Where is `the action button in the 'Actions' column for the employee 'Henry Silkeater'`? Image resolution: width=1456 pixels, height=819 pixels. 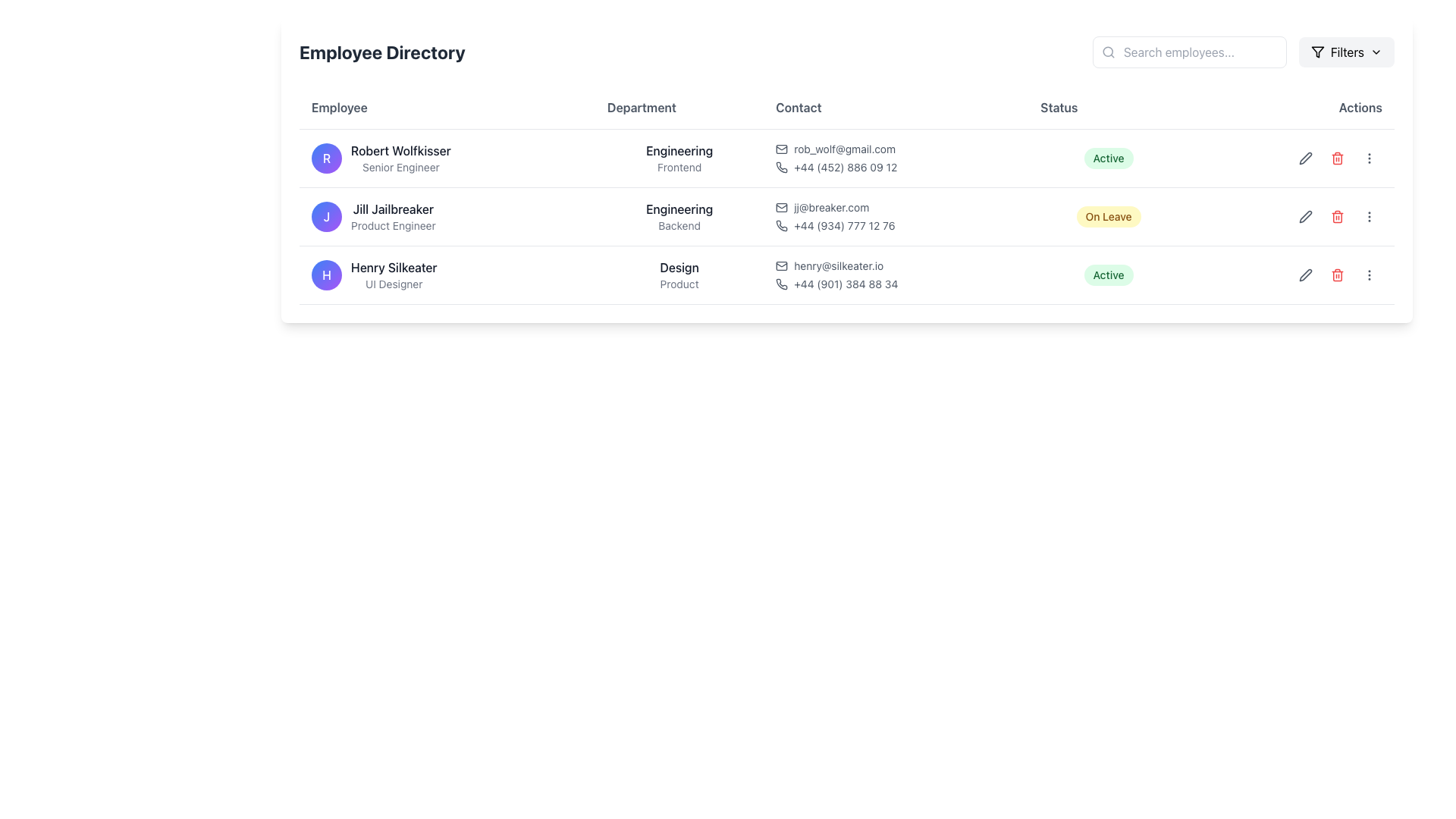 the action button in the 'Actions' column for the employee 'Henry Silkeater' is located at coordinates (1369, 158).